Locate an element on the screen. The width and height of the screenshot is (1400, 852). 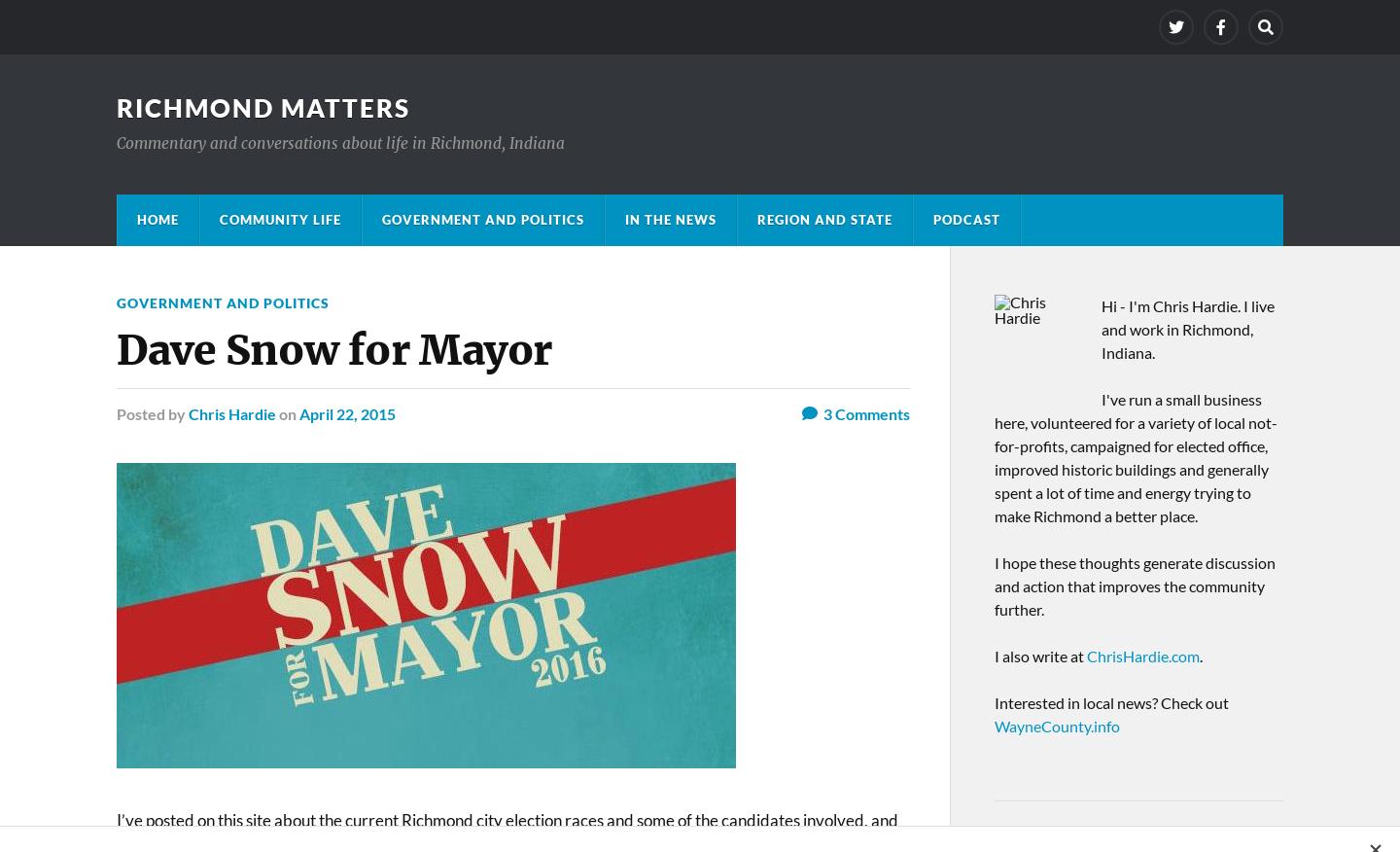
'Chris Hardie' is located at coordinates (188, 413).